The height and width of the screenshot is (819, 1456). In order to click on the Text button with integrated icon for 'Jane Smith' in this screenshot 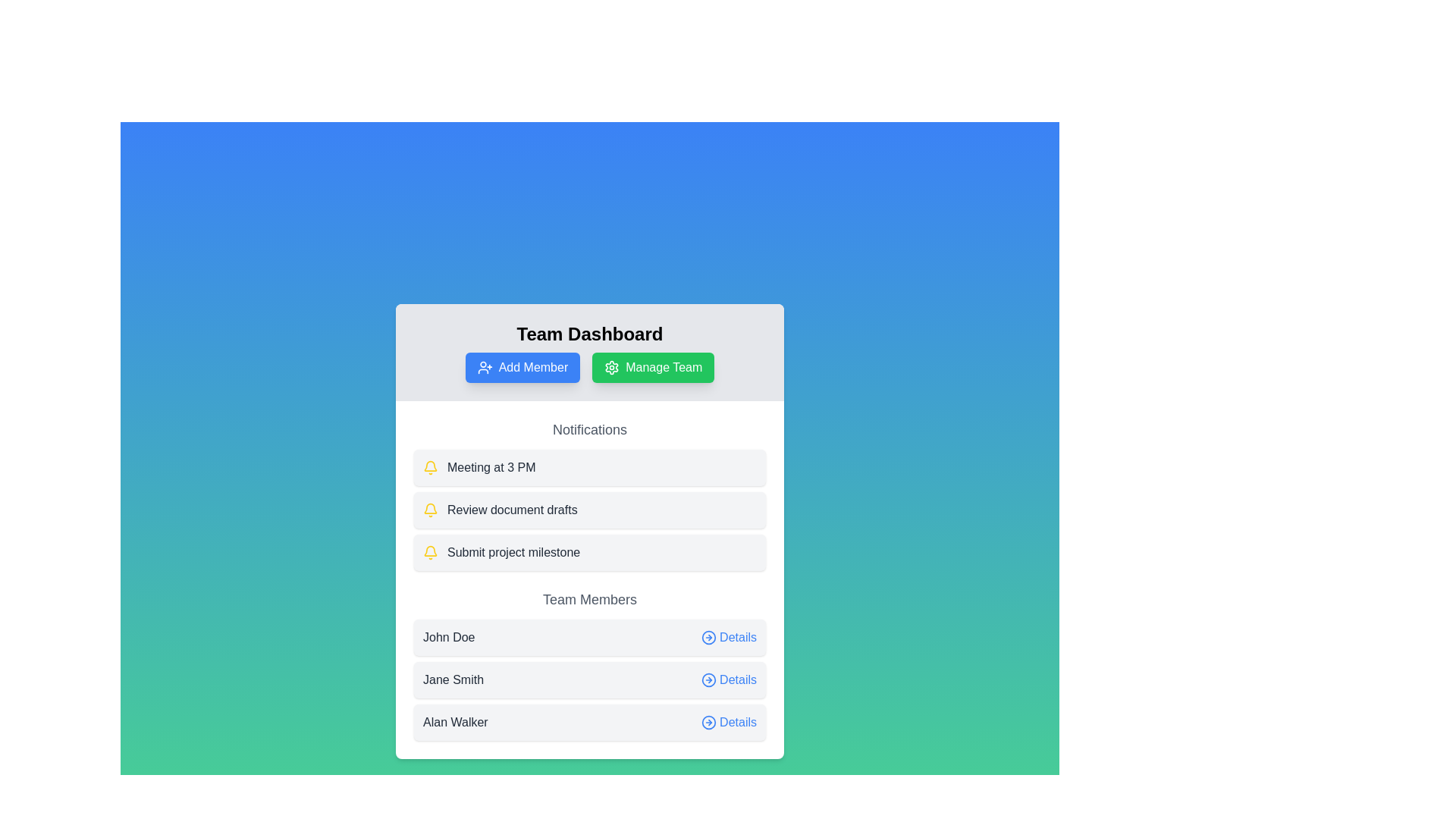, I will do `click(729, 679)`.